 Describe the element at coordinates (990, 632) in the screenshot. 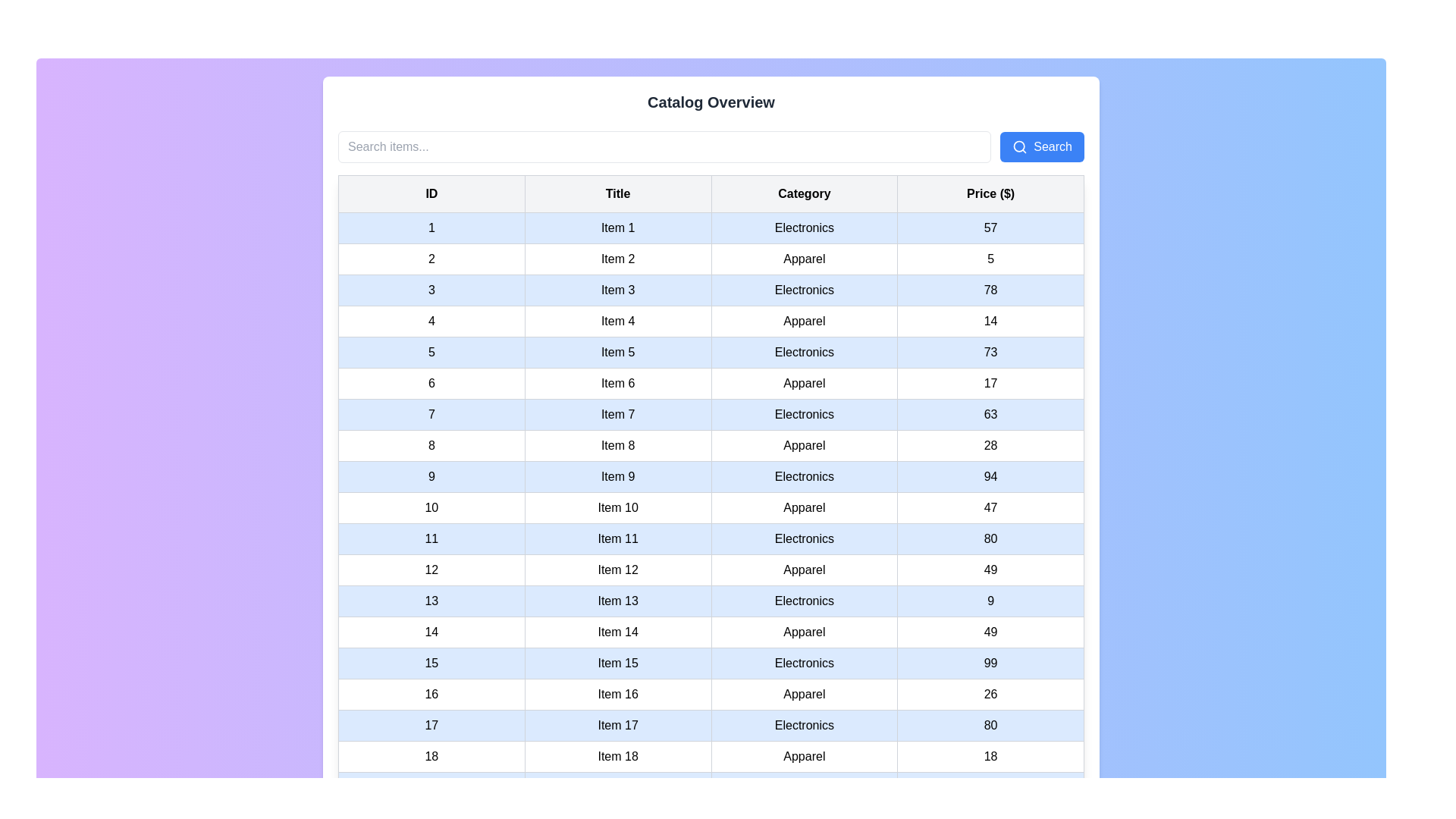

I see `the static text field displaying the price '49' in the fourth column of the 14th row of the table` at that location.